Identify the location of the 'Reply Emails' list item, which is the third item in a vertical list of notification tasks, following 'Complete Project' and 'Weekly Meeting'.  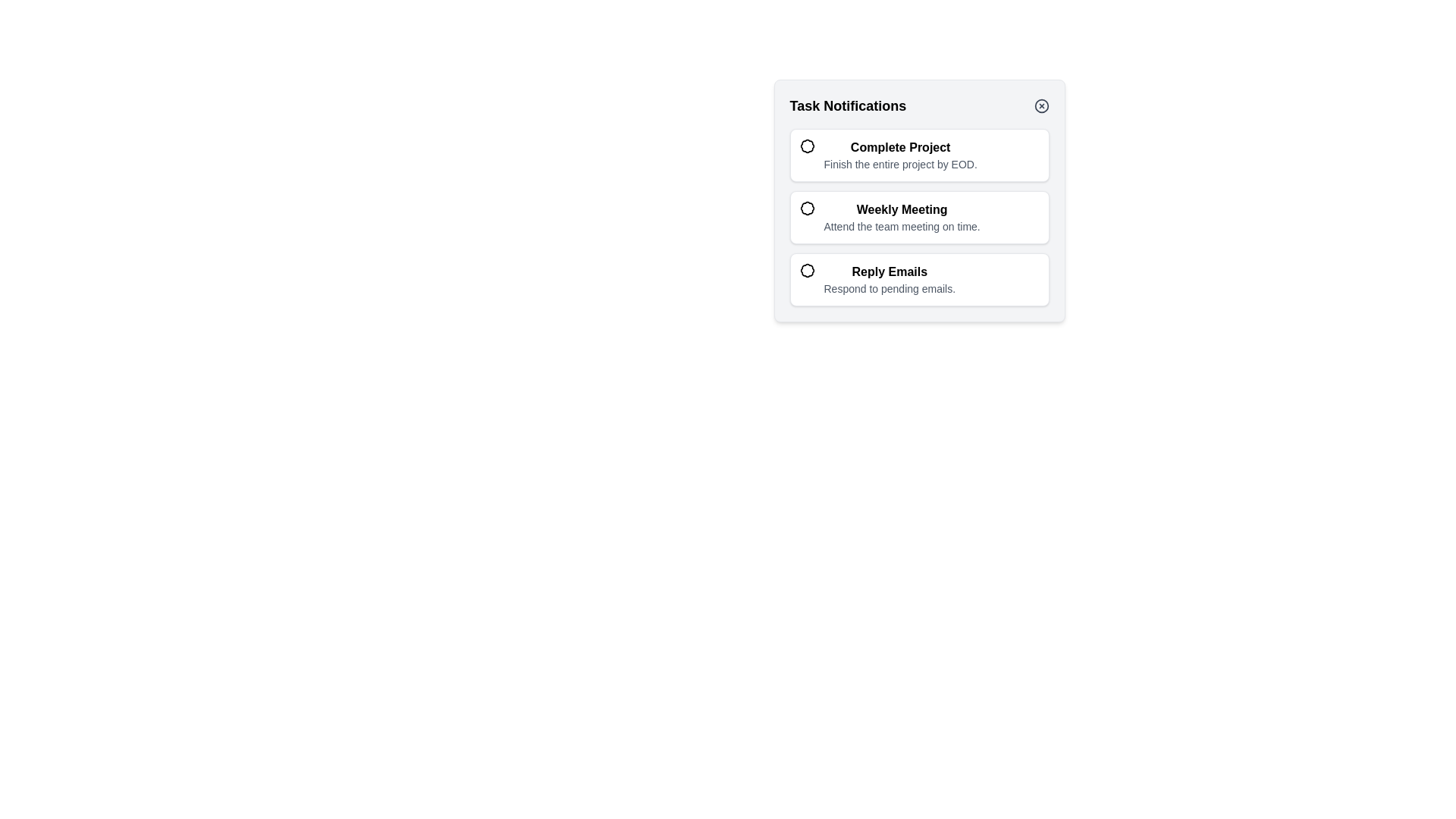
(890, 280).